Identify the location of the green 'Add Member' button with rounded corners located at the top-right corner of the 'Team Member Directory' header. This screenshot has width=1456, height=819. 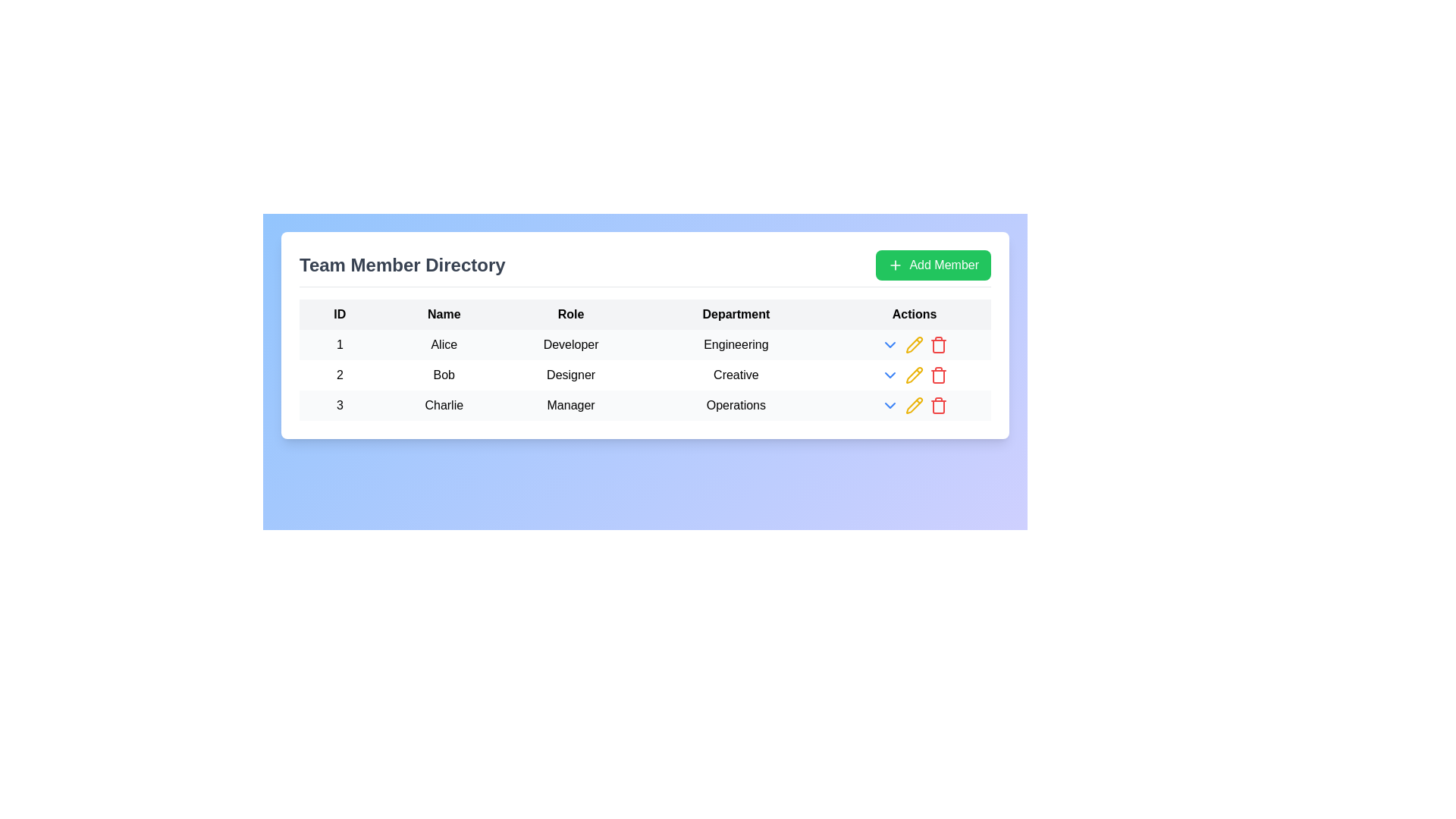
(933, 265).